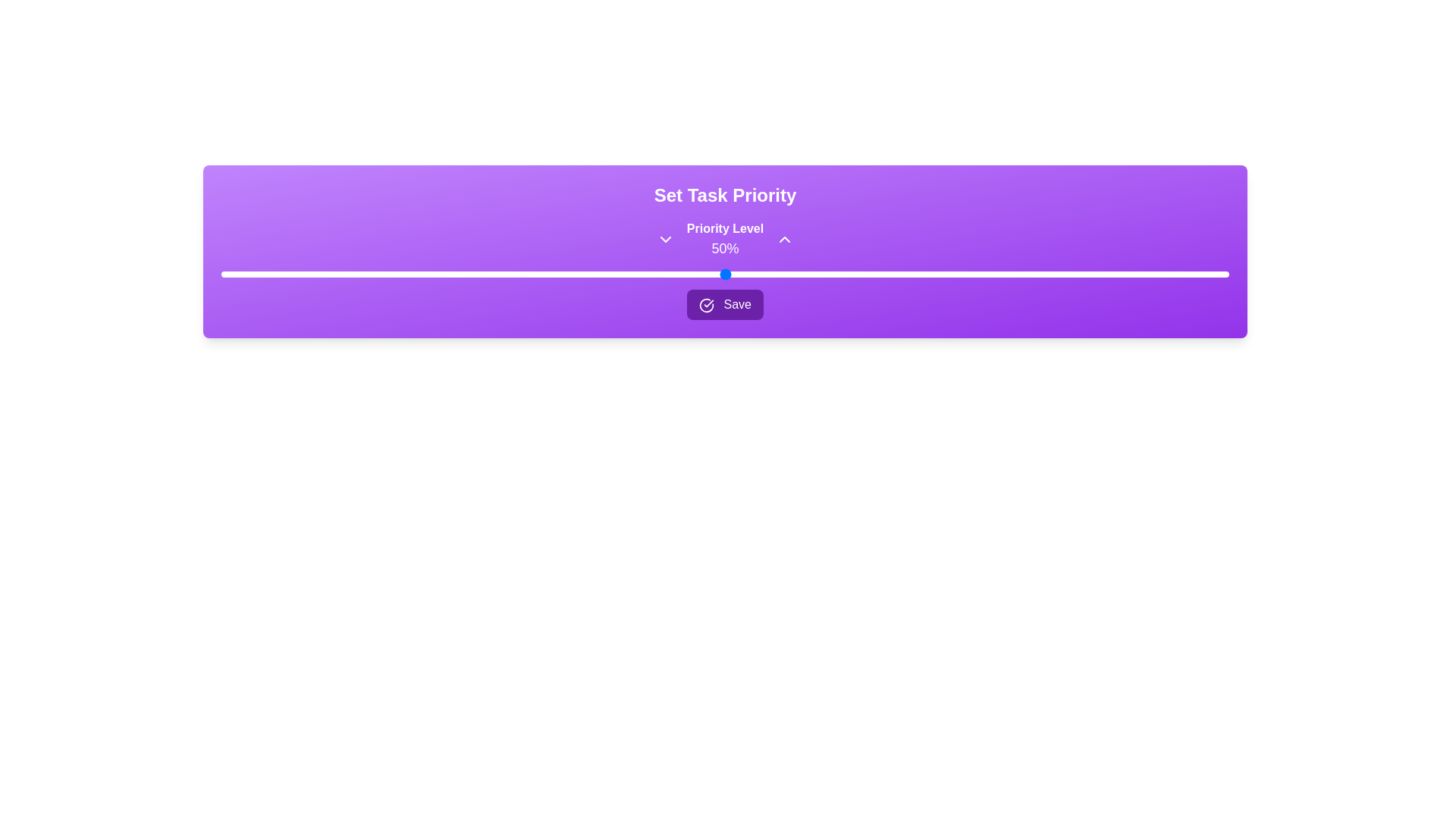 Image resolution: width=1456 pixels, height=819 pixels. Describe the element at coordinates (321, 275) in the screenshot. I see `the priority level` at that location.